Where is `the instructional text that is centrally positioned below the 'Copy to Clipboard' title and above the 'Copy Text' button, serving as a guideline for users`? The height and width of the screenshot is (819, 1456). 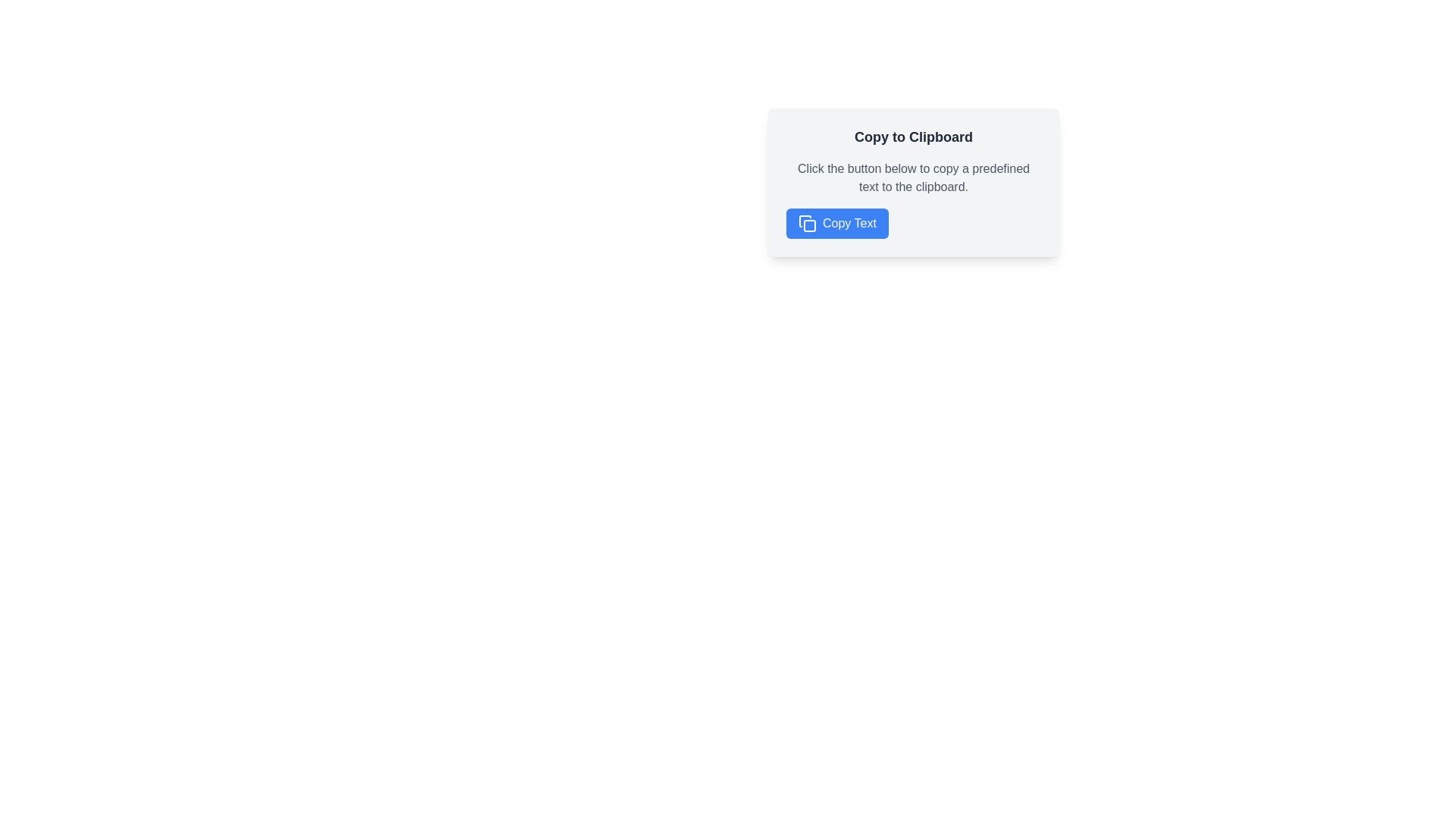
the instructional text that is centrally positioned below the 'Copy to Clipboard' title and above the 'Copy Text' button, serving as a guideline for users is located at coordinates (912, 177).